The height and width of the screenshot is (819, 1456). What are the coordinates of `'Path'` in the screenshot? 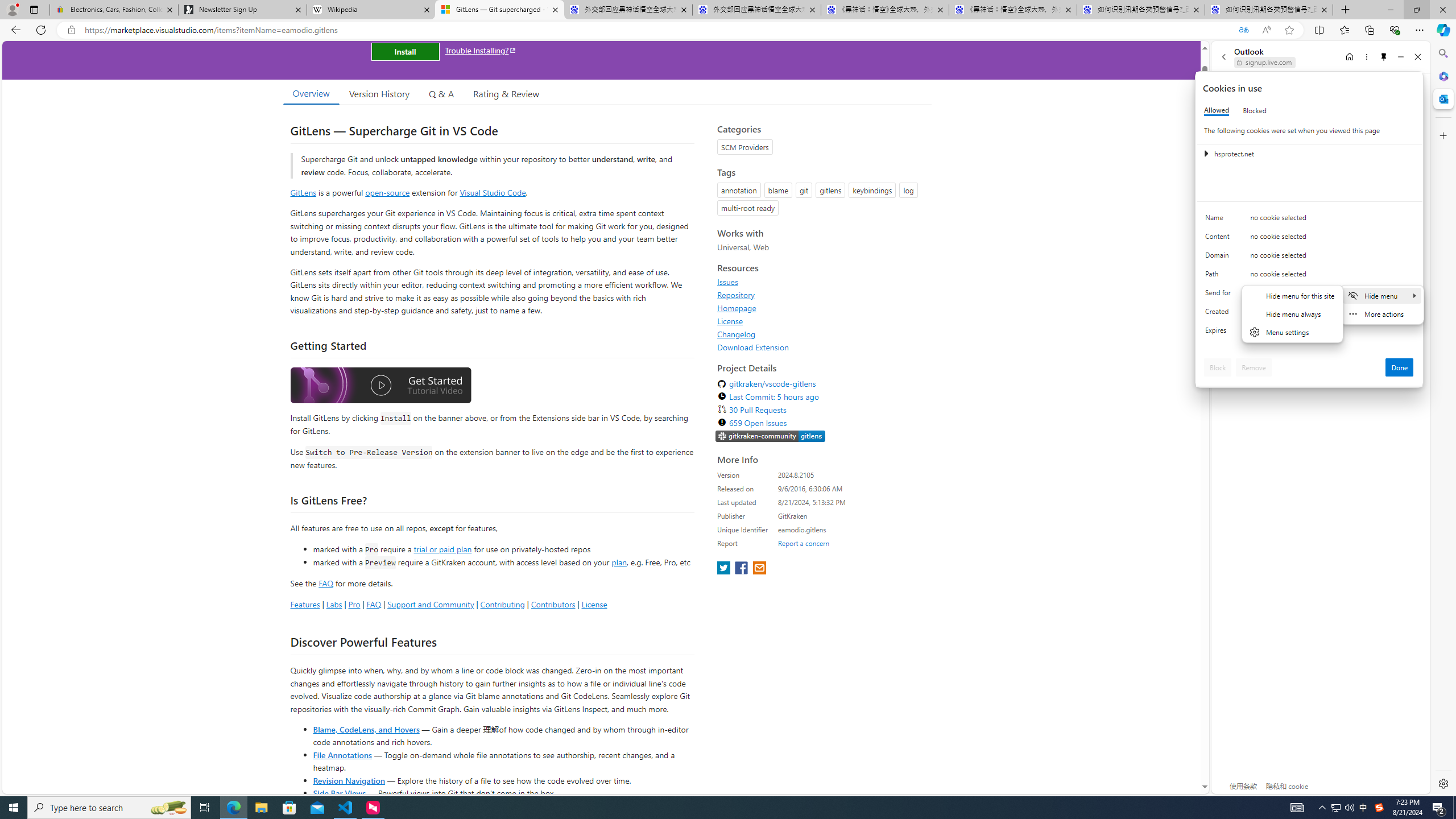 It's located at (1219, 276).